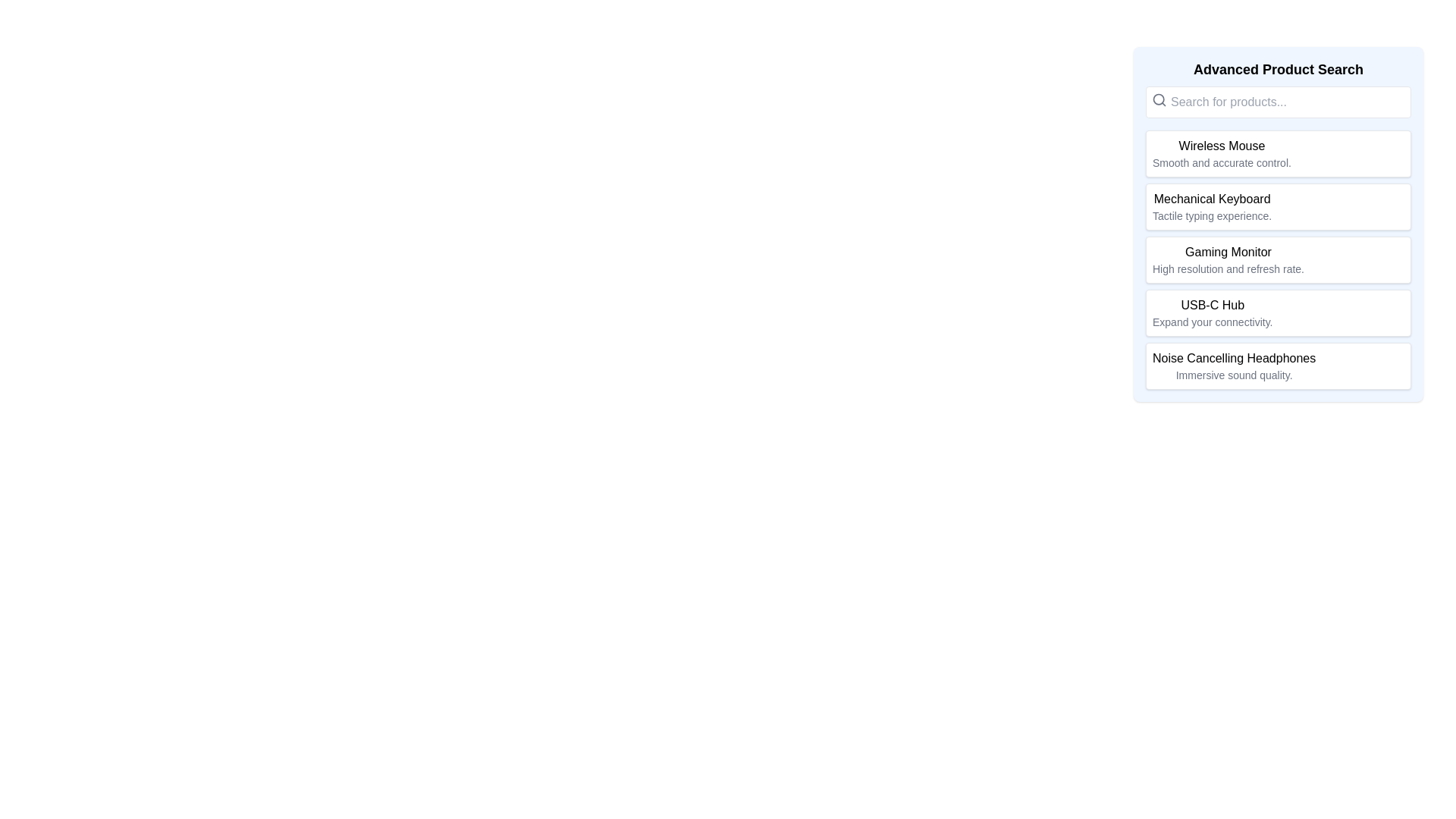  What do you see at coordinates (1228, 251) in the screenshot?
I see `text label that reads 'Gaming Monitor', which is the third item in a vertically stacked list of items including 'Wireless Mouse' and 'Mechanical Keyboard'` at bounding box center [1228, 251].